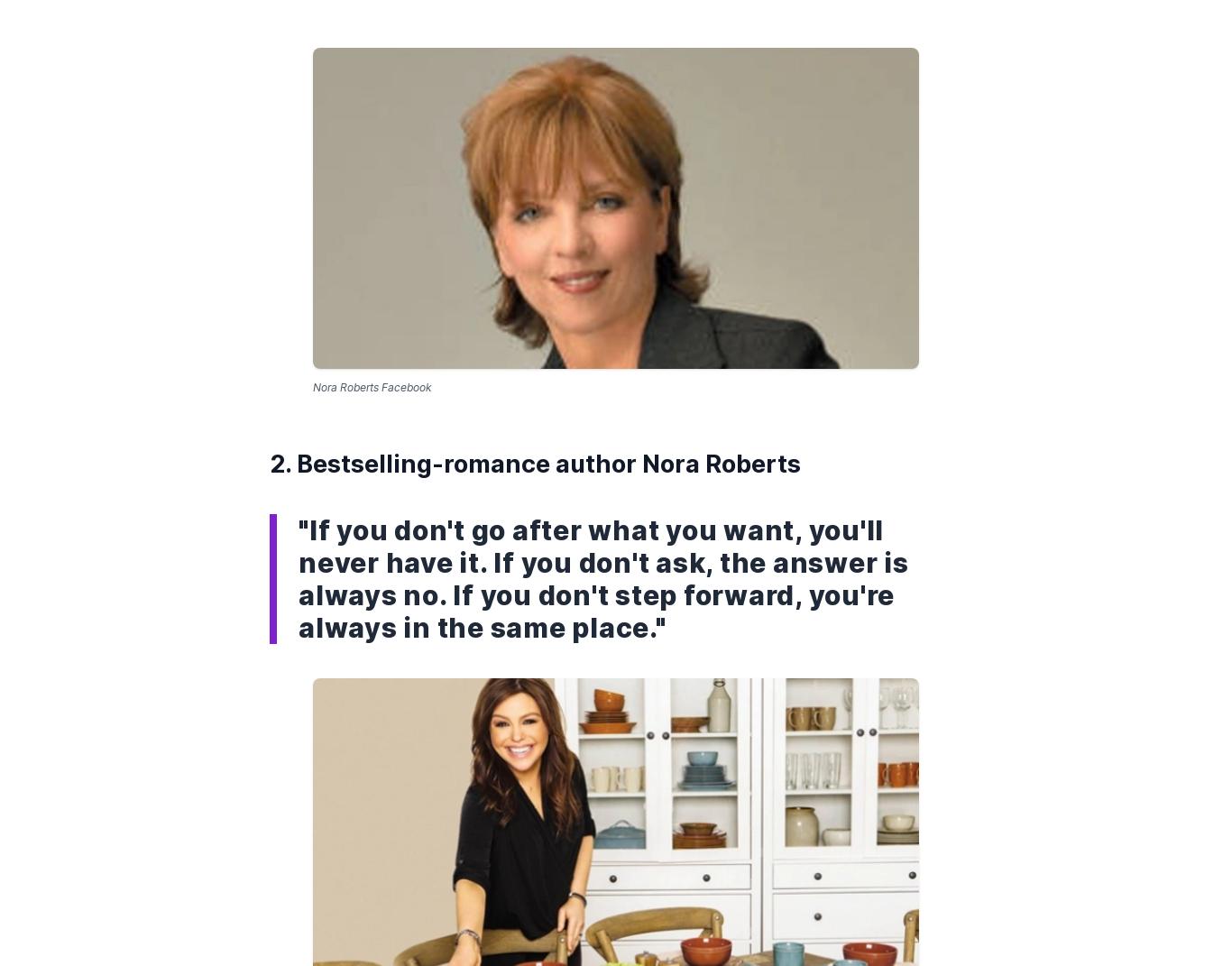 Image resolution: width=1232 pixels, height=966 pixels. I want to click on 'We'll be in your inbox every morning Monday-Saturday with all the day’s top business news, inspiring stories, best advice and exclusive reporting from Entrepreneur.', so click(375, 427).